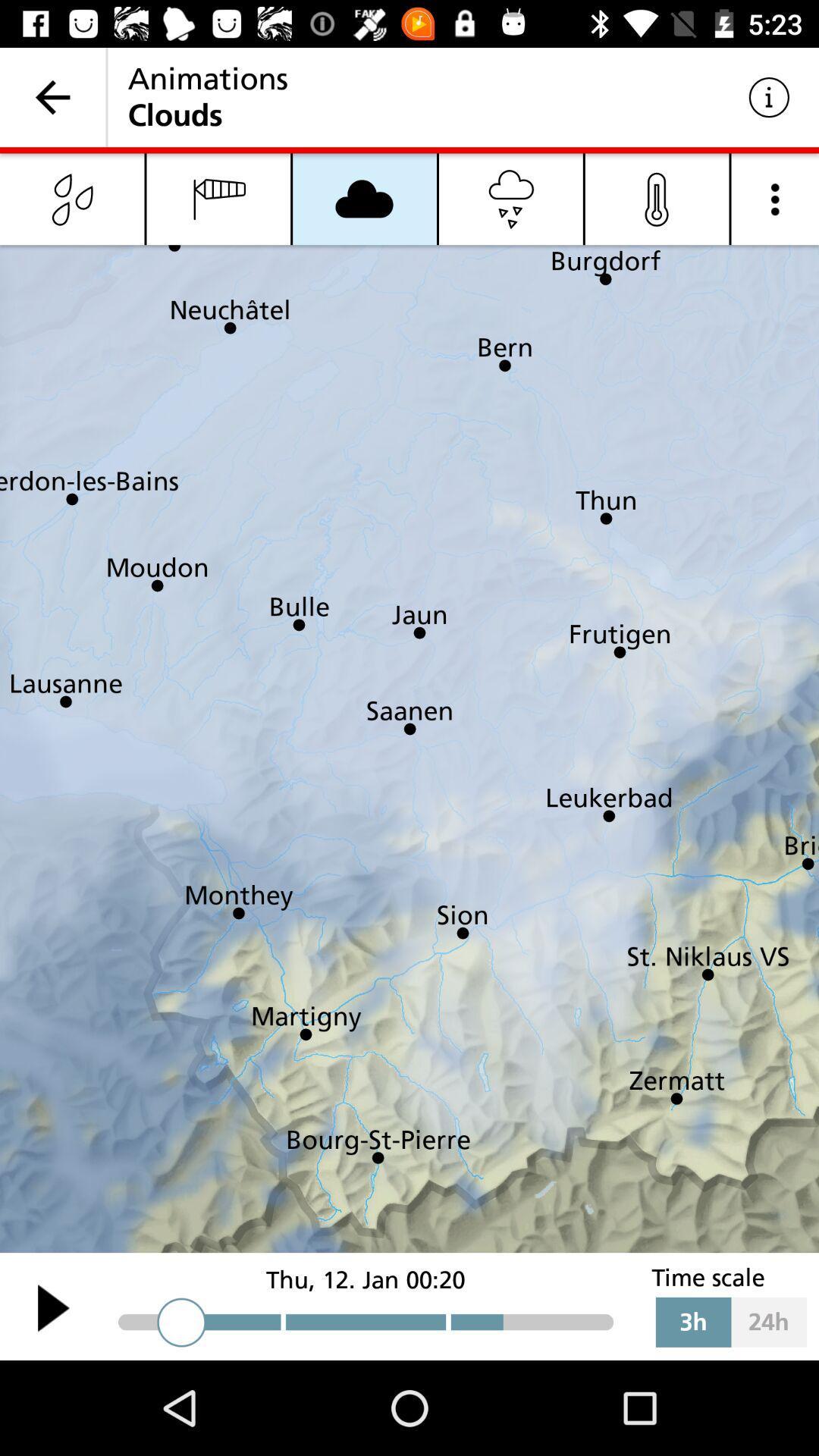 The height and width of the screenshot is (1456, 819). Describe the element at coordinates (775, 198) in the screenshot. I see `meun` at that location.